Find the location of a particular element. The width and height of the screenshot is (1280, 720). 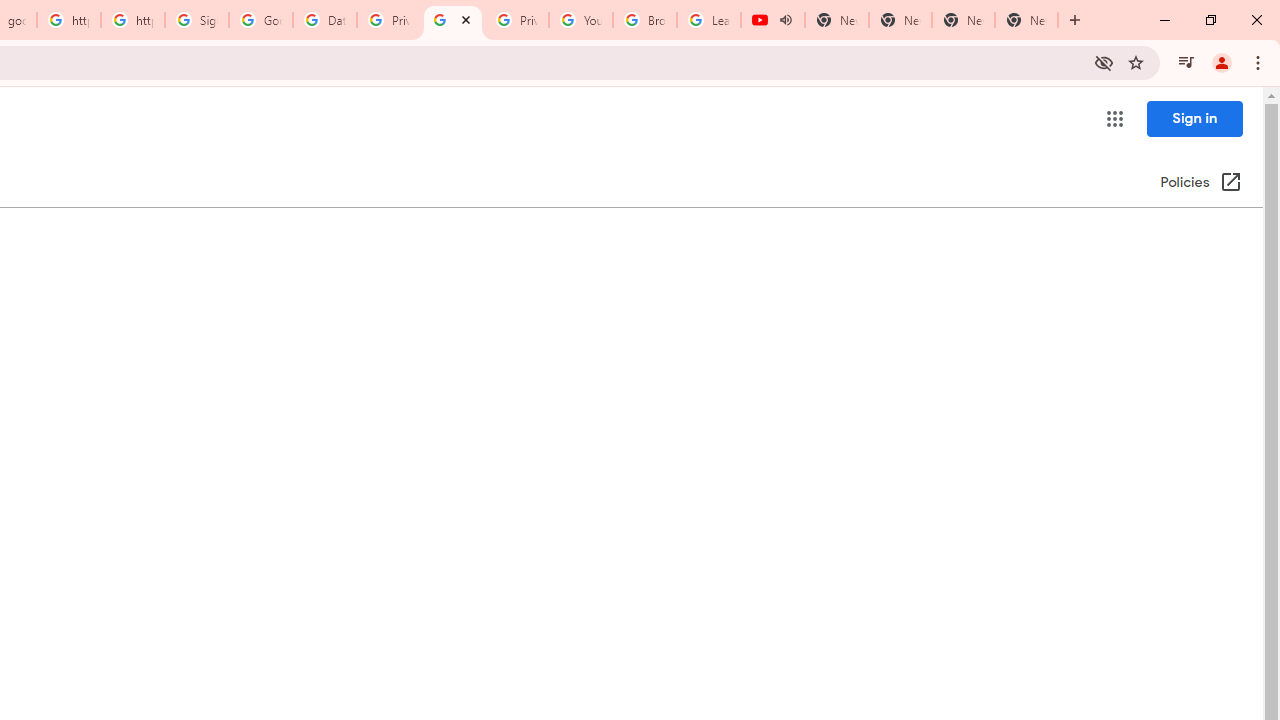

'Browse Chrome as a guest - Computer - Google Chrome Help' is located at coordinates (645, 20).